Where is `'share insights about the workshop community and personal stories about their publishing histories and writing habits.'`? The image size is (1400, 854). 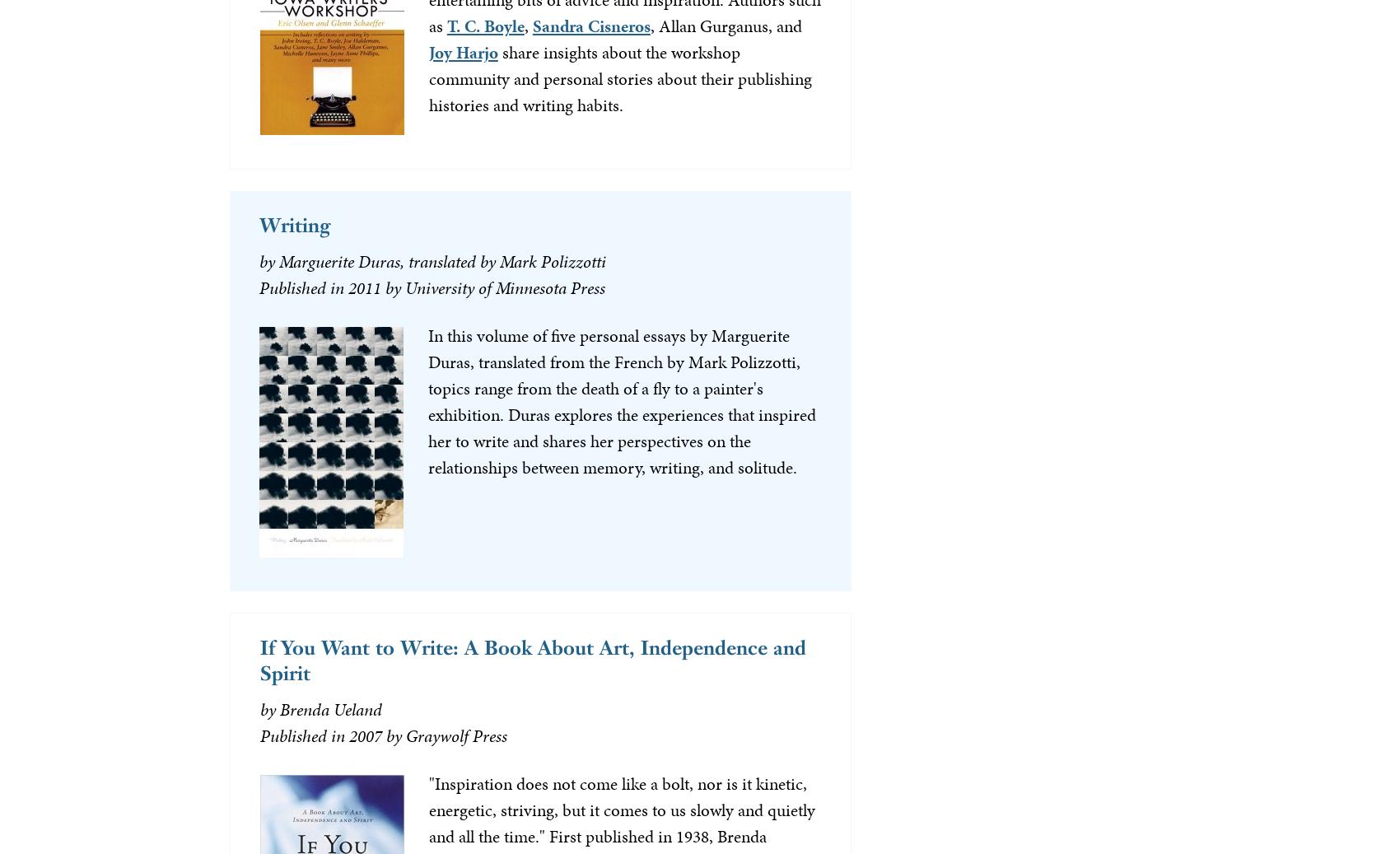 'share insights about the workshop community and personal stories about their publishing histories and writing habits.' is located at coordinates (618, 77).